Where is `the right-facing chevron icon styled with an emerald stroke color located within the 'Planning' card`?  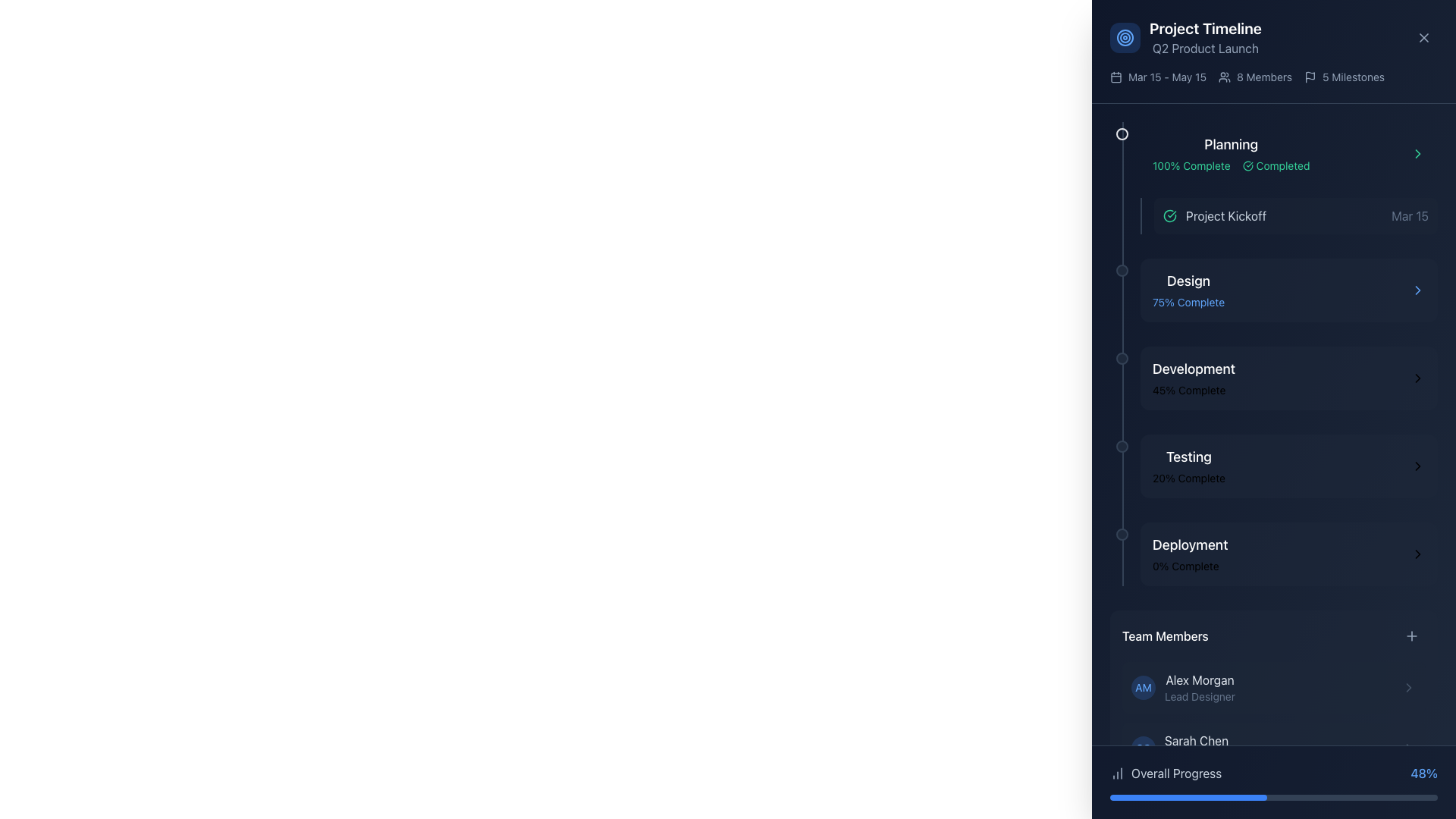 the right-facing chevron icon styled with an emerald stroke color located within the 'Planning' card is located at coordinates (1417, 154).